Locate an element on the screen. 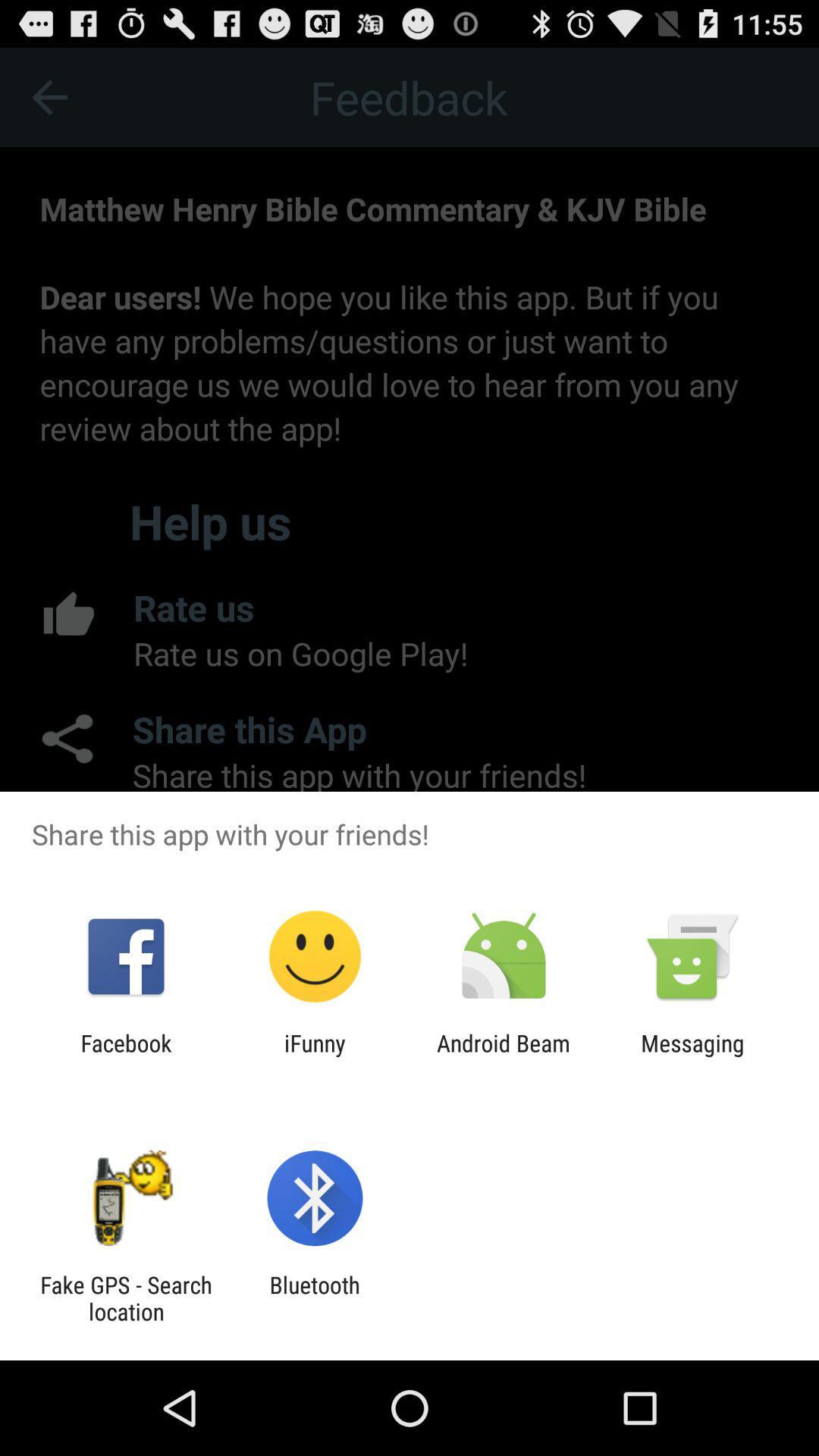 The height and width of the screenshot is (1456, 819). the item to the right of the android beam item is located at coordinates (692, 1056).